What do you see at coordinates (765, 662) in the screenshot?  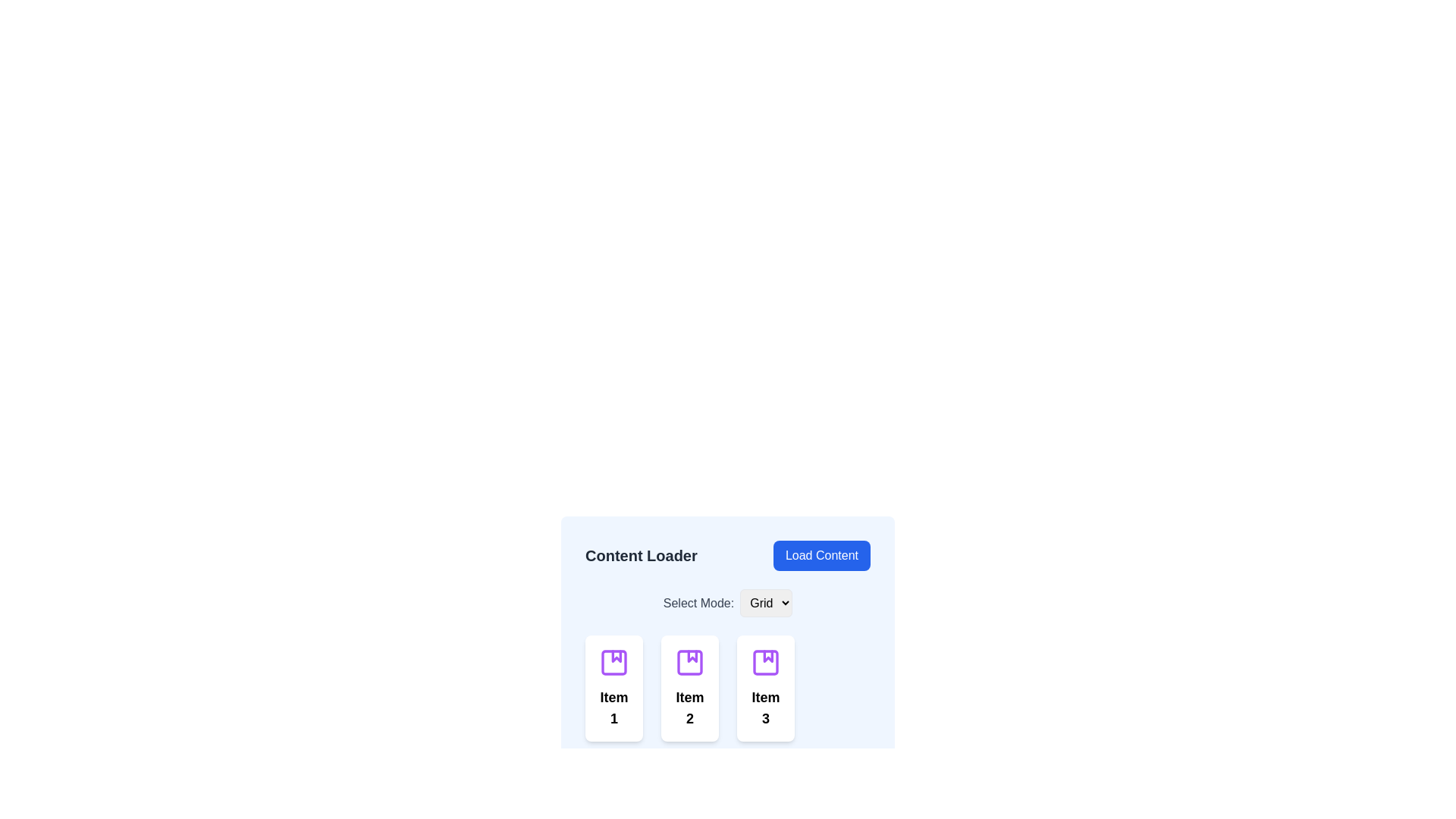 I see `the surrounding folder icon that contains the decorative rectangle within the third folder-like icon in the 'Content Loader' section` at bounding box center [765, 662].